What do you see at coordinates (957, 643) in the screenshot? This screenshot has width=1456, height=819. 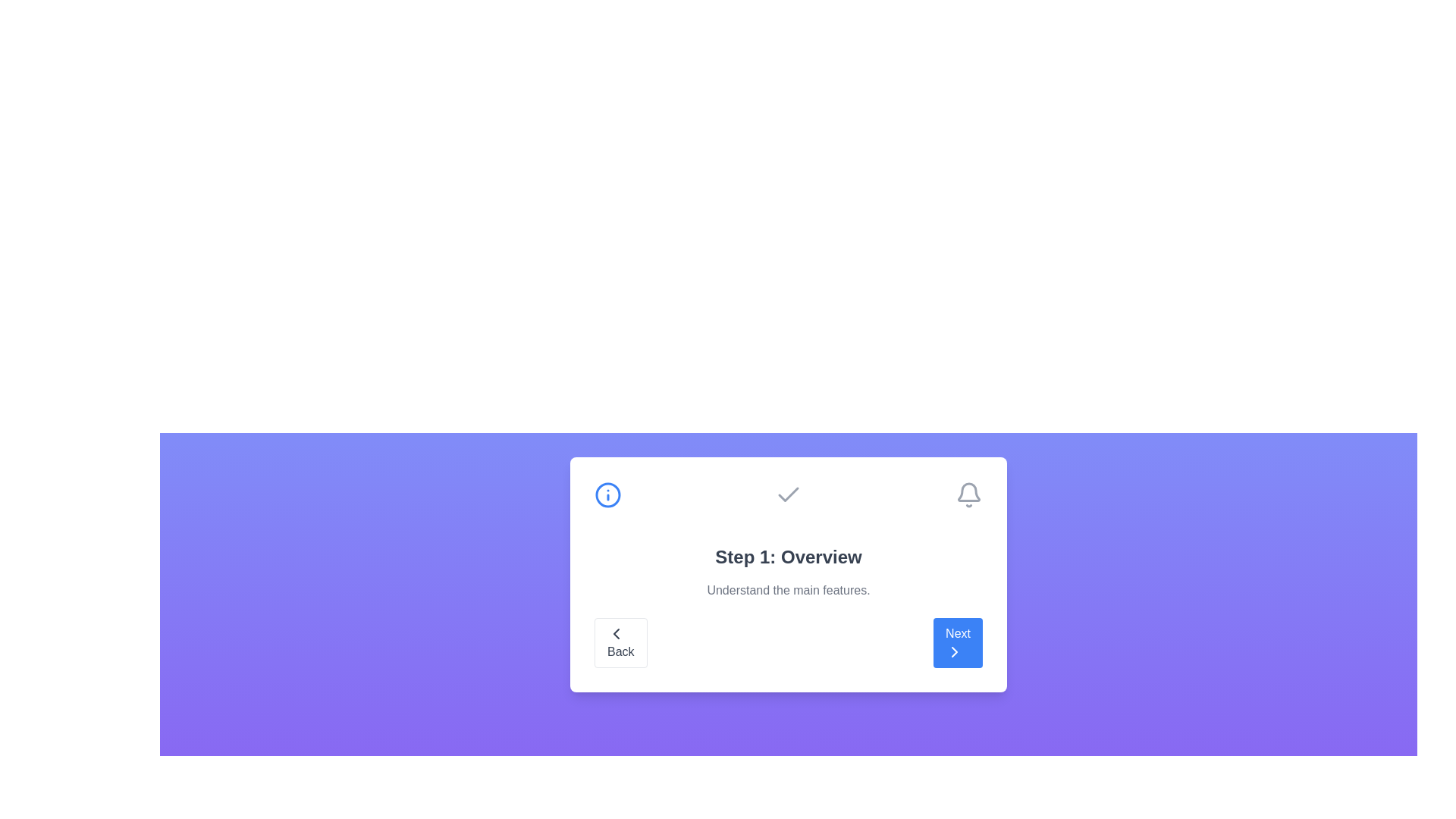 I see `the 'Next' button to navigate to the next step` at bounding box center [957, 643].